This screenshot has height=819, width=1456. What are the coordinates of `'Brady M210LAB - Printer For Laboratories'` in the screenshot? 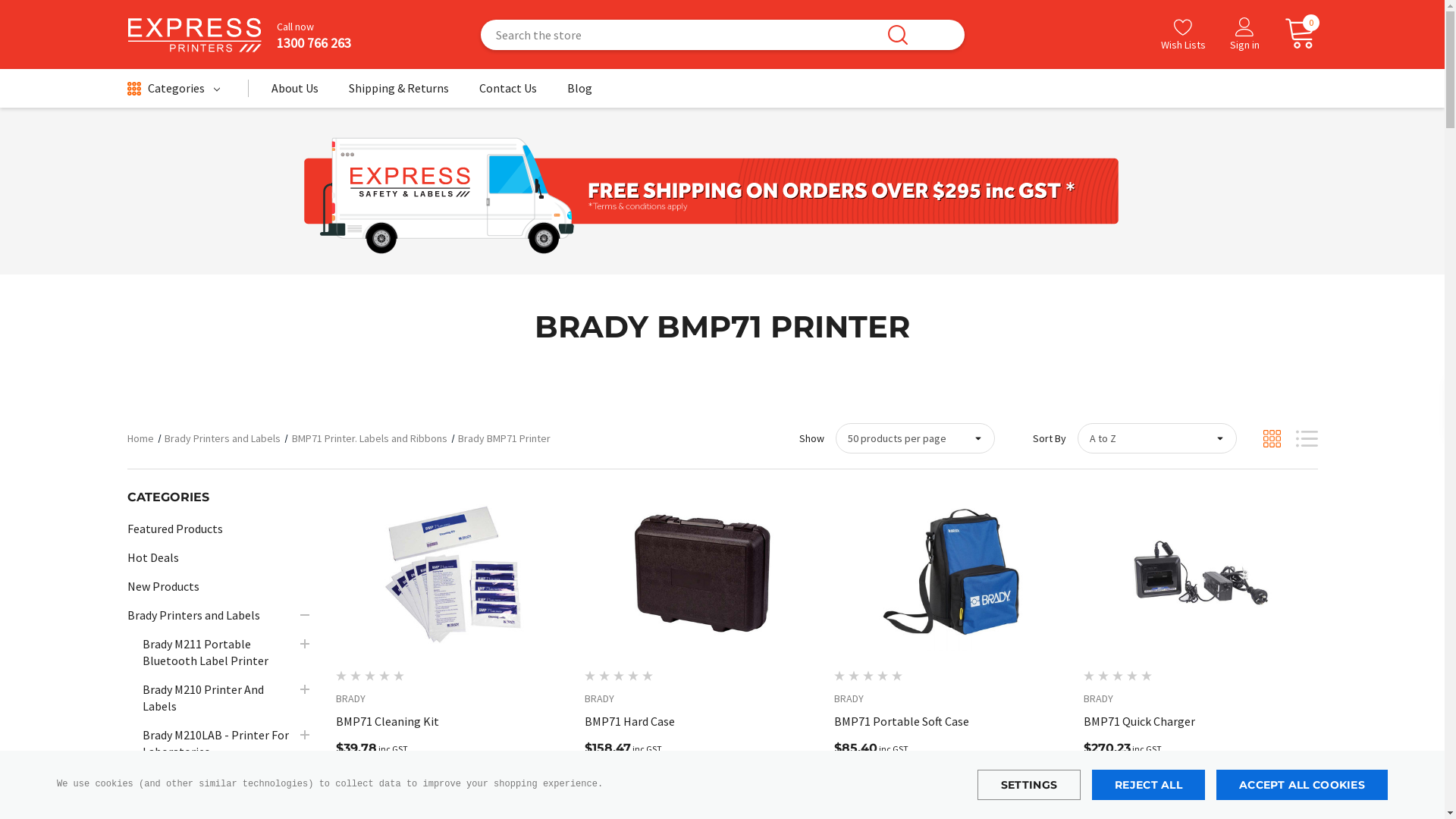 It's located at (218, 742).